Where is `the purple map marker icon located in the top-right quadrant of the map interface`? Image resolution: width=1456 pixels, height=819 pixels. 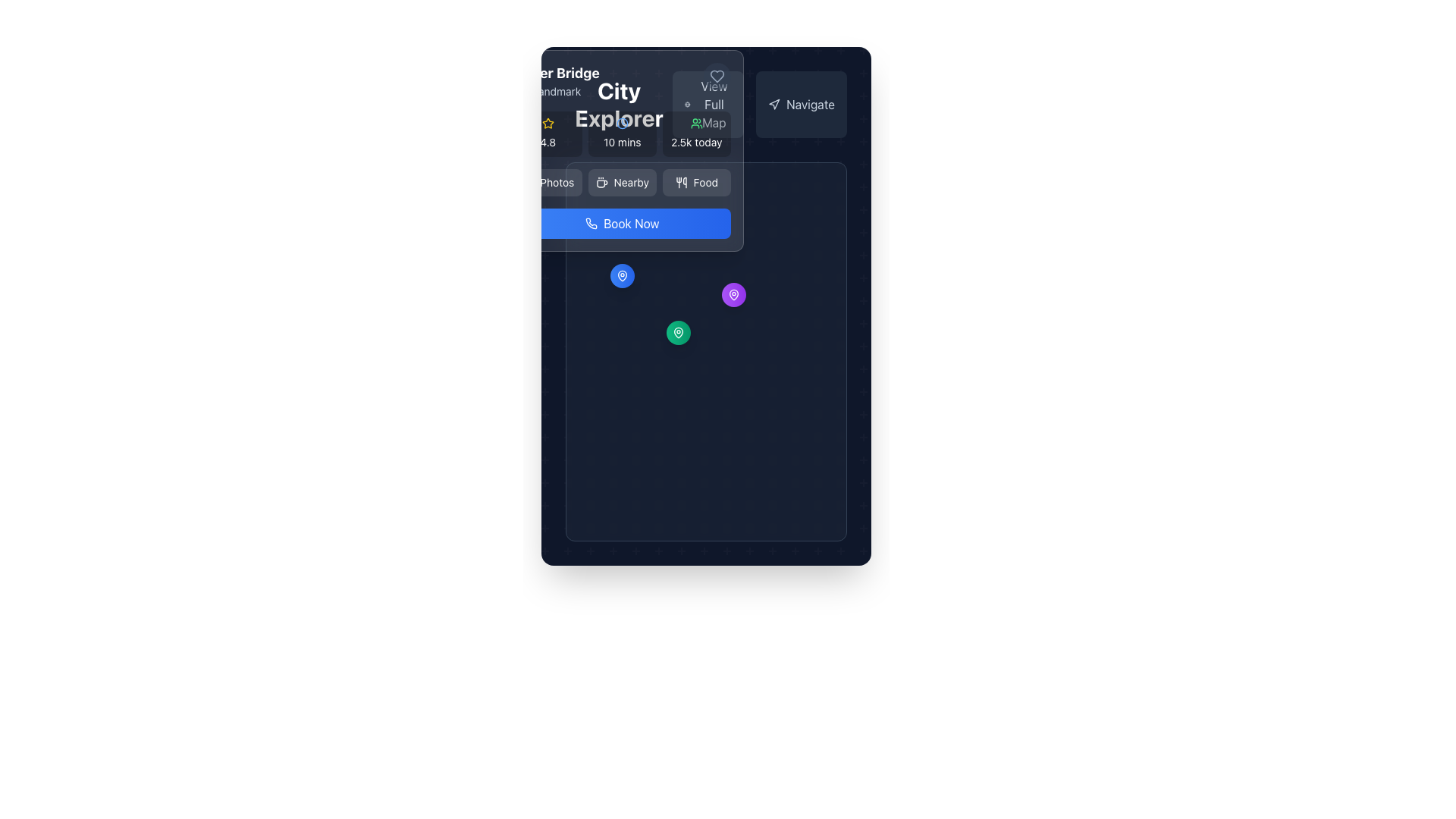 the purple map marker icon located in the top-right quadrant of the map interface is located at coordinates (734, 295).